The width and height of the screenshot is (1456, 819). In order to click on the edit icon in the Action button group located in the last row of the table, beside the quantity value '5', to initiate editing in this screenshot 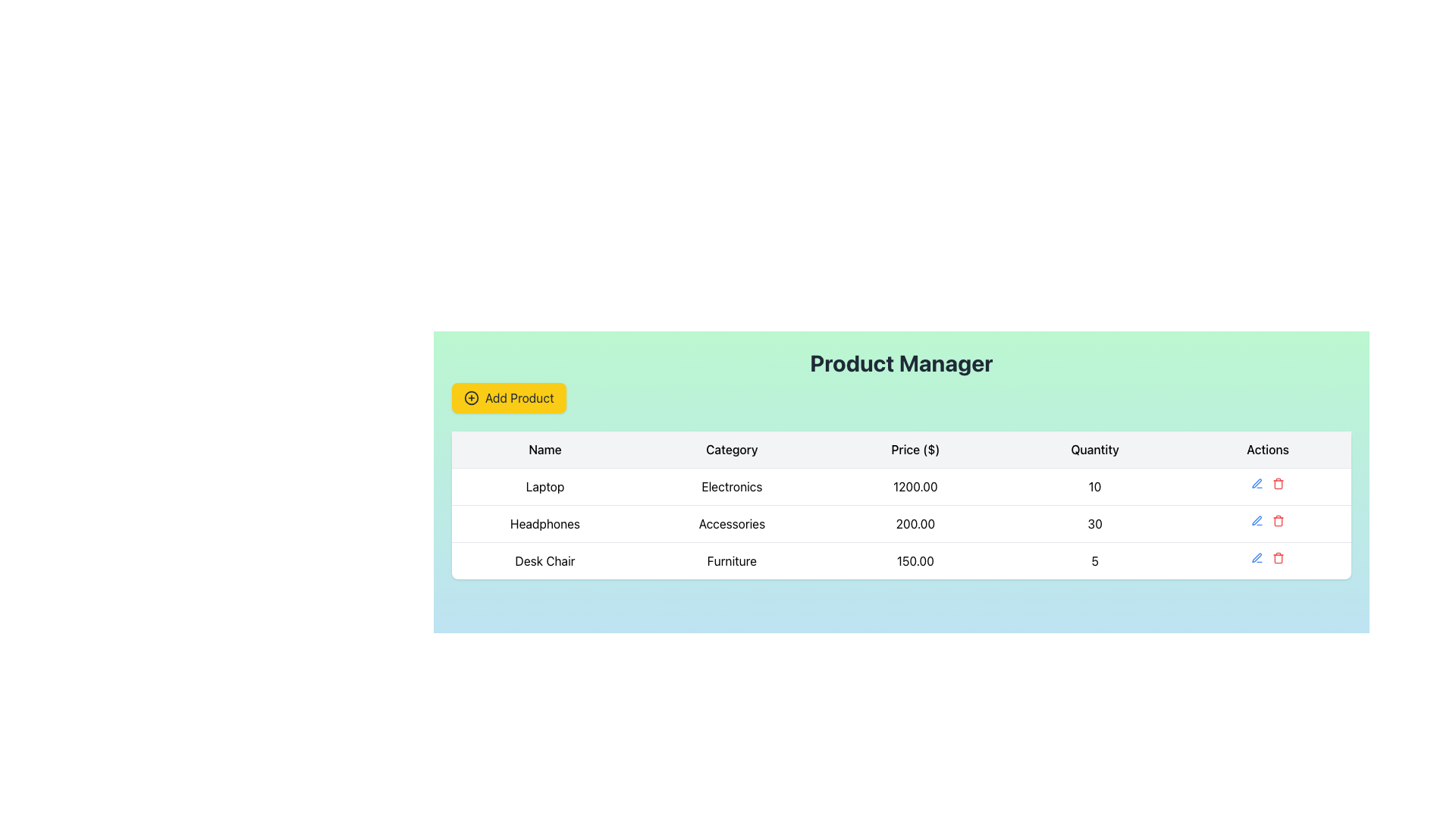, I will do `click(1267, 558)`.